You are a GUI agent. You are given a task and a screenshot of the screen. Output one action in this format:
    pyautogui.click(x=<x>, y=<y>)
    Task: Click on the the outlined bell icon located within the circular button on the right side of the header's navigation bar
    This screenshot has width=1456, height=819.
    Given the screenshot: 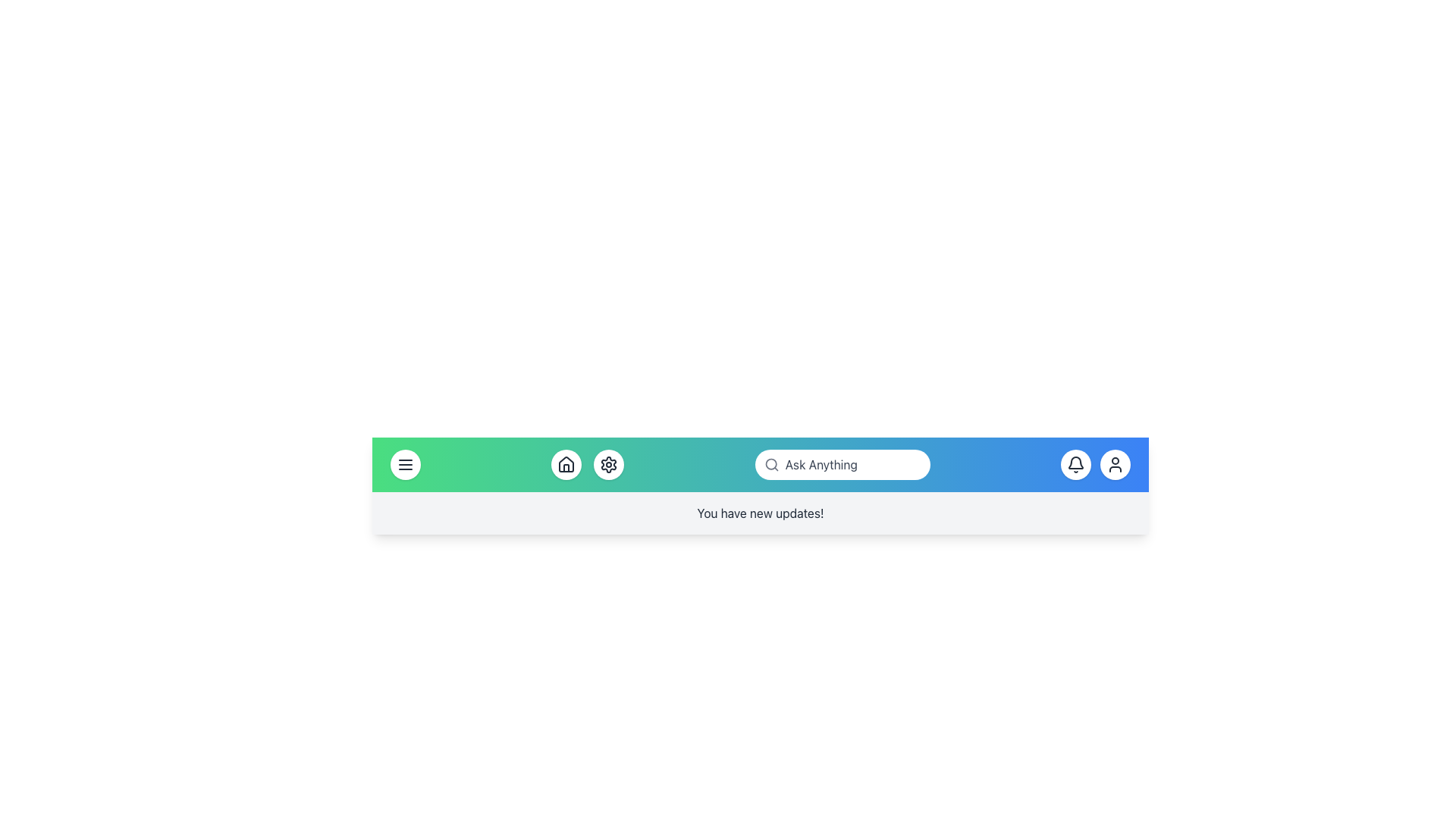 What is the action you would take?
    pyautogui.click(x=1075, y=464)
    